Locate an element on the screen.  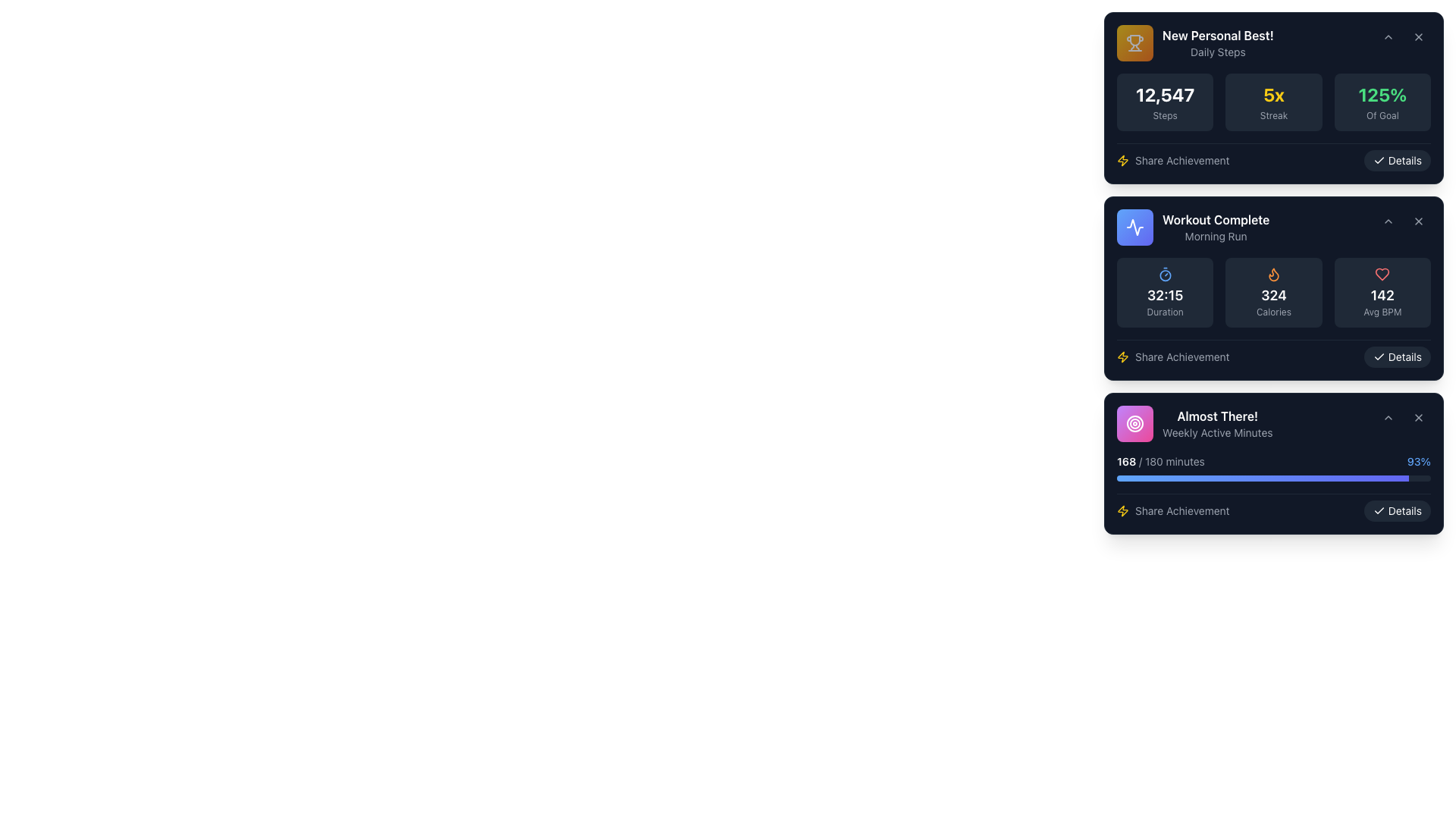
the small circular close button with a dark background and light 'X' icon, positioned at the top-right corner of the card titled 'Almost There!' is located at coordinates (1418, 418).